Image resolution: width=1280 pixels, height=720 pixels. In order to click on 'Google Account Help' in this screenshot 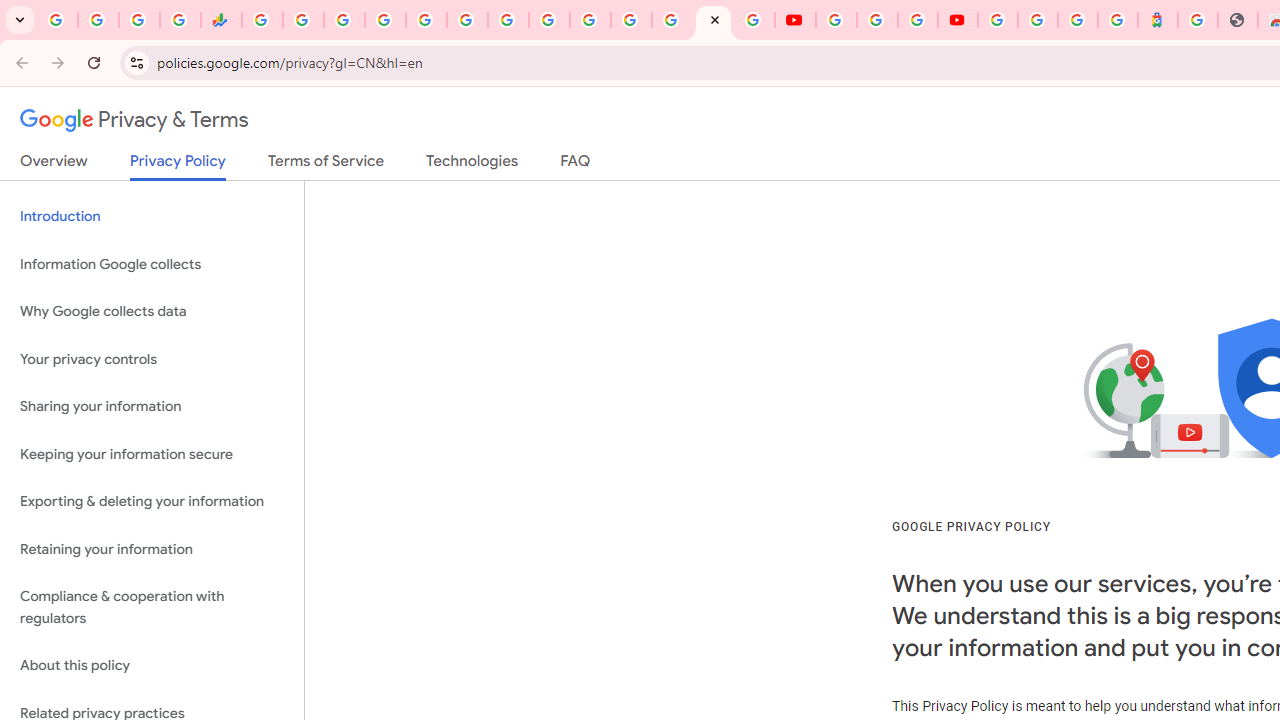, I will do `click(877, 20)`.